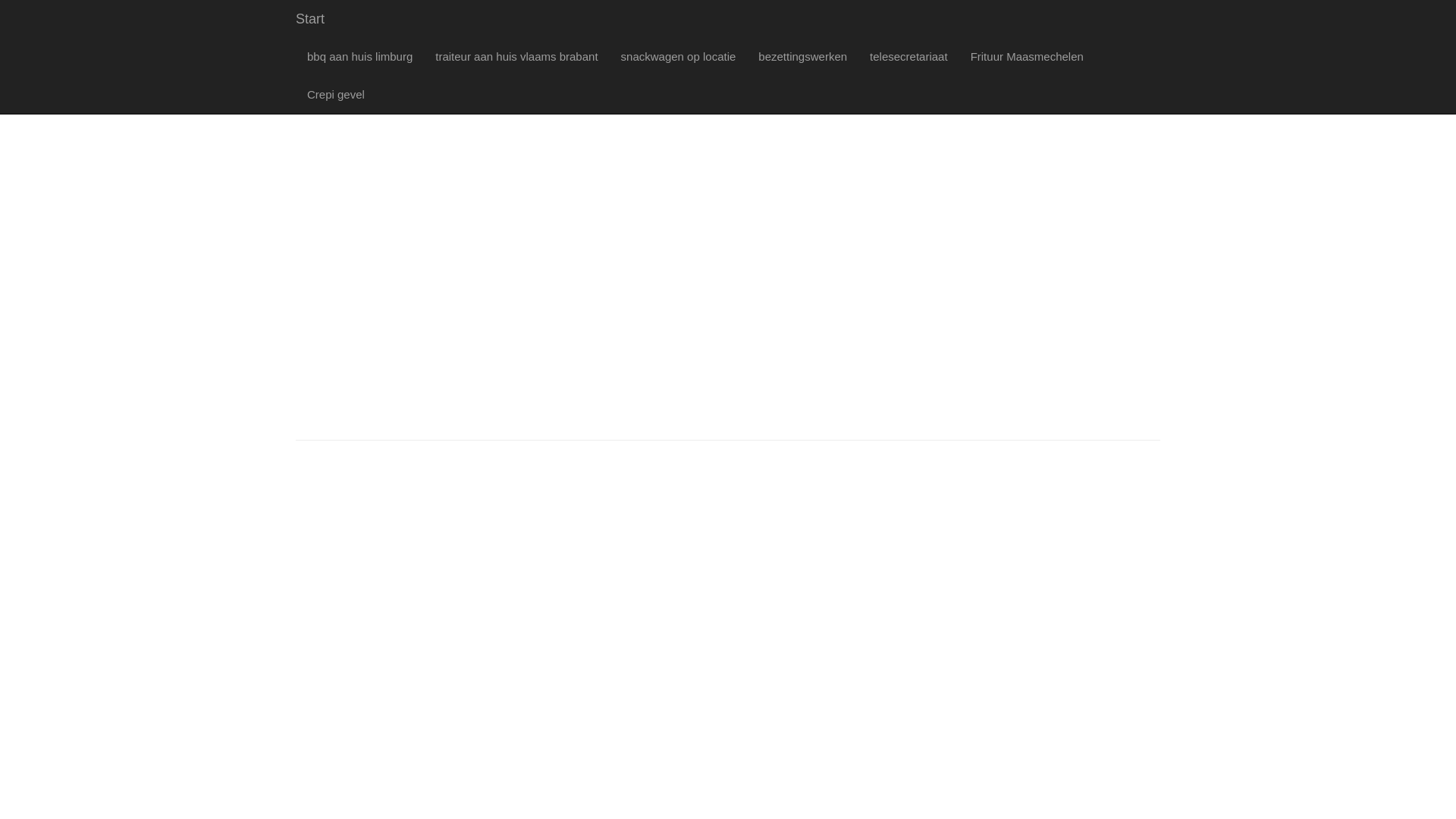 This screenshot has height=819, width=1456. I want to click on 'traiteur aan huis vlaams brabant', so click(516, 55).